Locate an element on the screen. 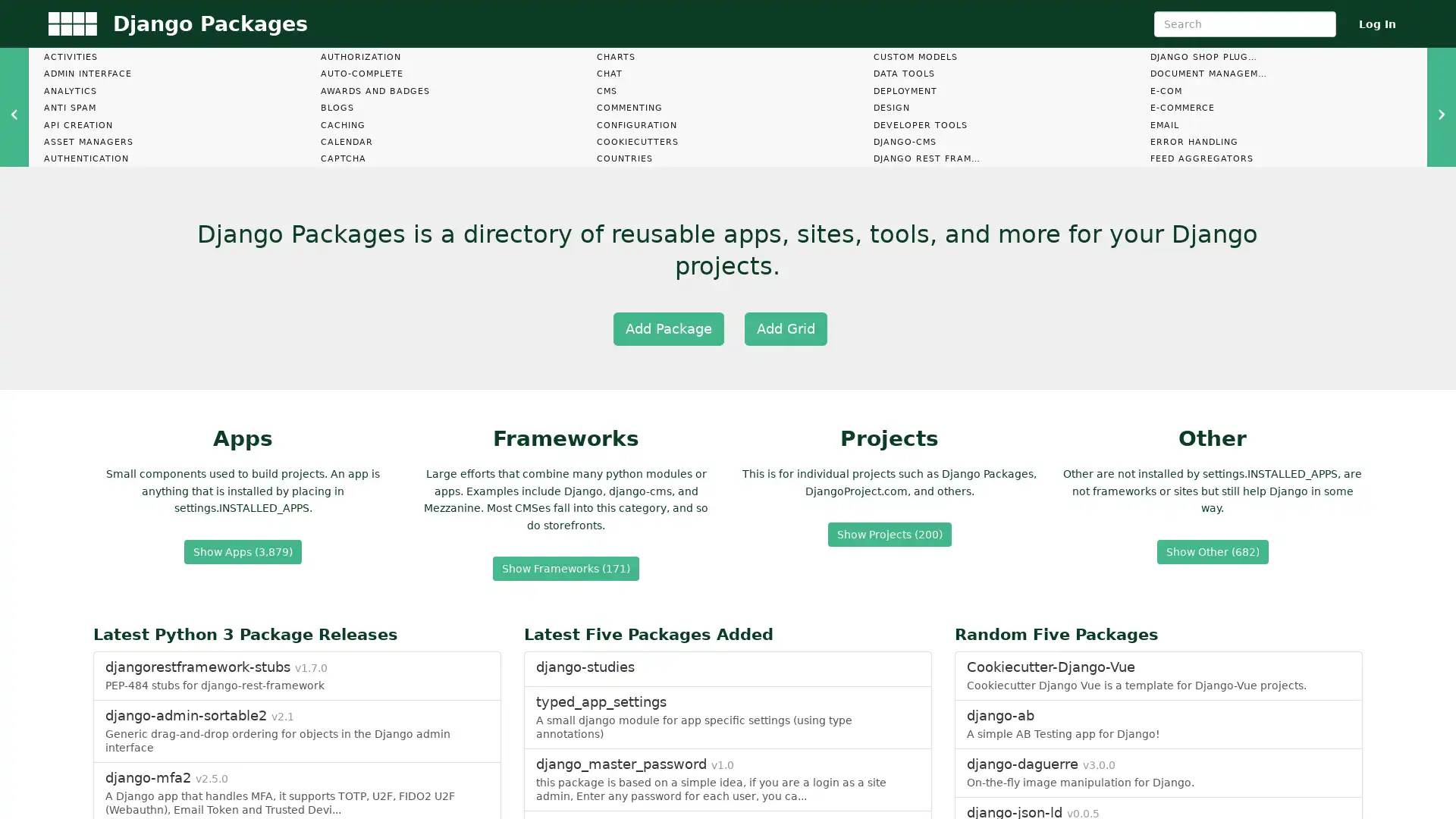 The image size is (1456, 819). Add Package is located at coordinates (667, 327).